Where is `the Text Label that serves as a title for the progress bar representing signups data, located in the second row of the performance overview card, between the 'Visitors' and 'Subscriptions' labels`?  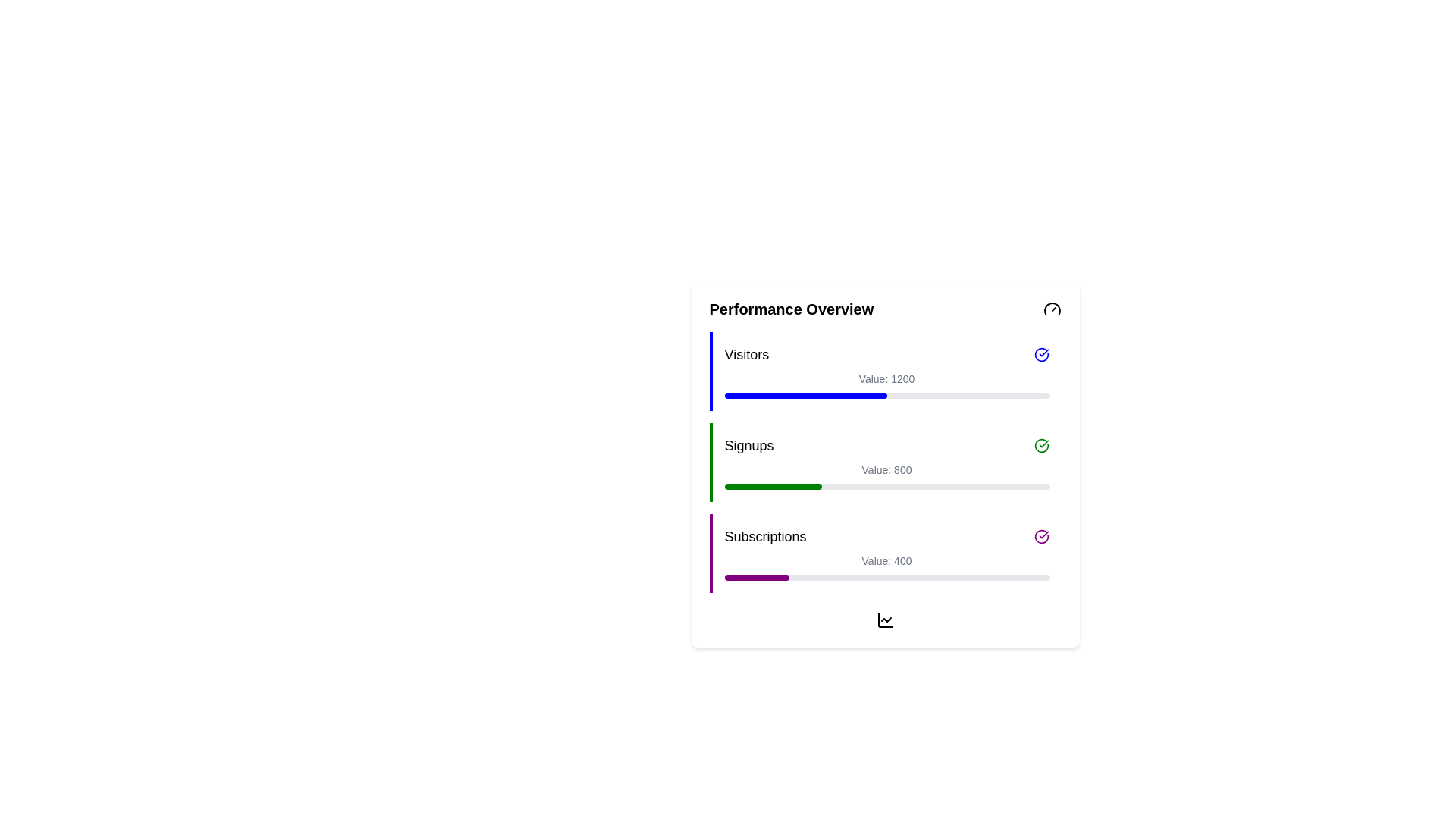
the Text Label that serves as a title for the progress bar representing signups data, located in the second row of the performance overview card, between the 'Visitors' and 'Subscriptions' labels is located at coordinates (749, 444).